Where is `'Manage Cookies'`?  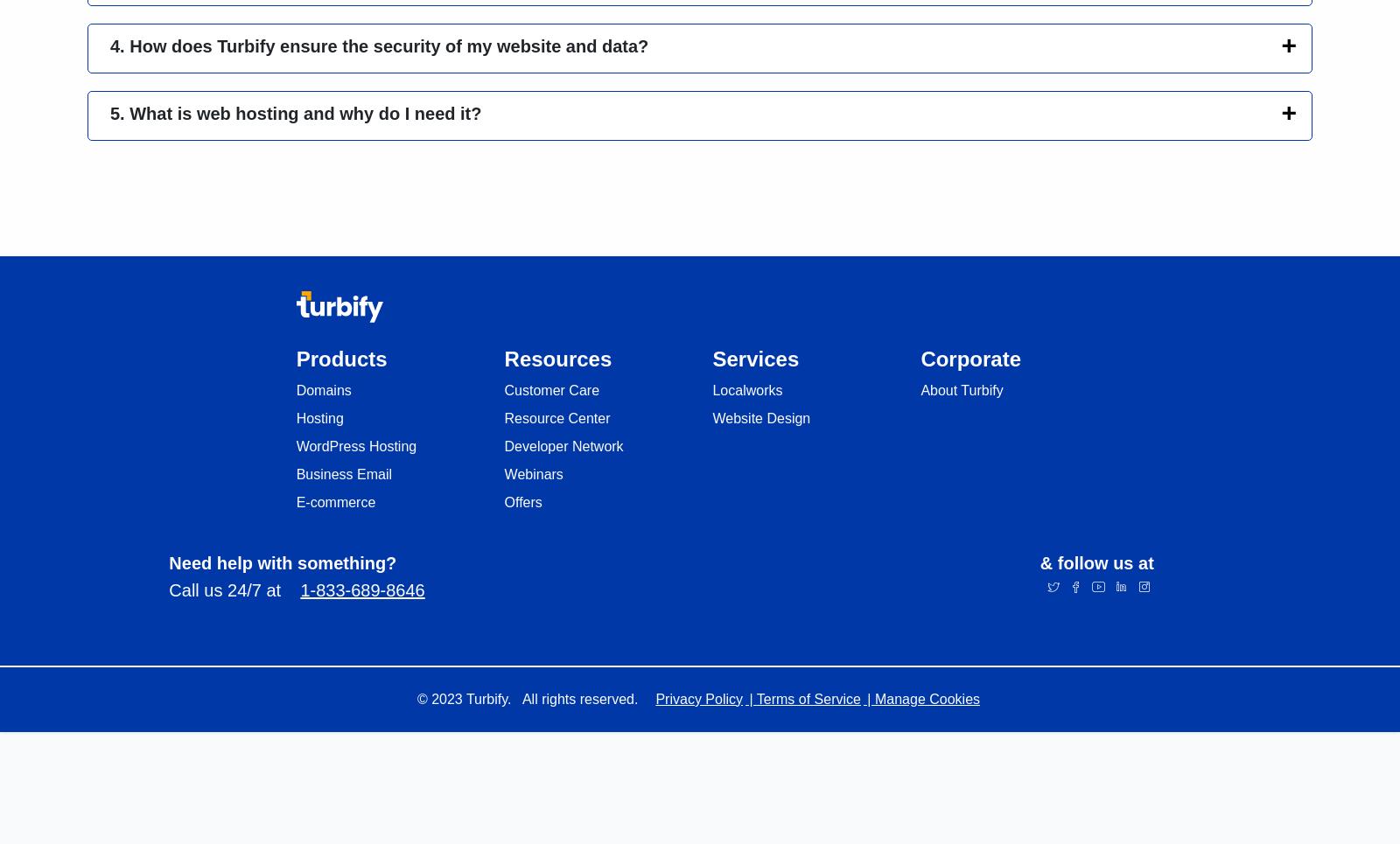 'Manage Cookies' is located at coordinates (873, 698).